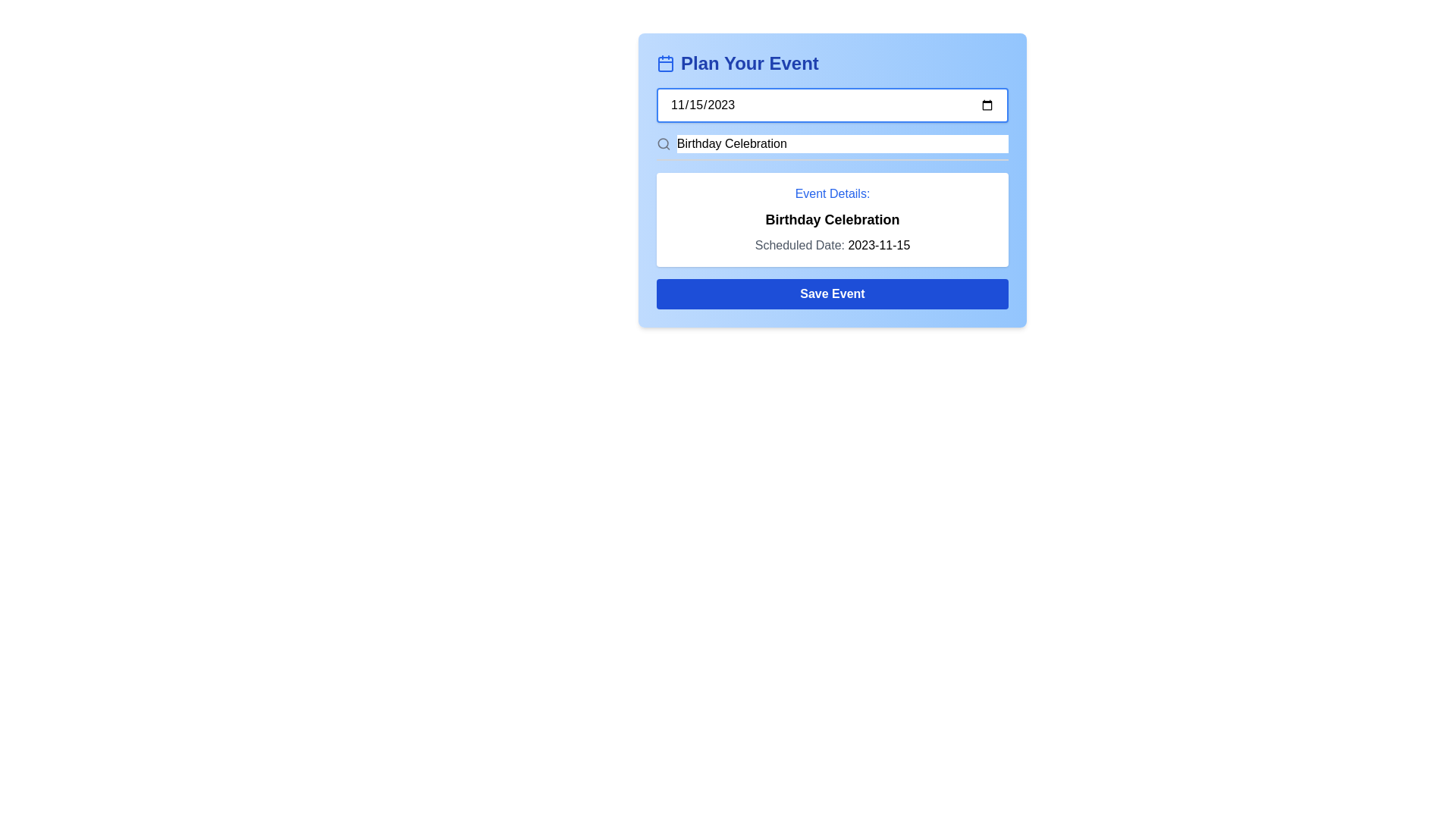 Image resolution: width=1456 pixels, height=819 pixels. What do you see at coordinates (879, 244) in the screenshot?
I see `displayed static text '2023-11-15' which is part of the sentence 'Scheduled Date: 2023-11-15' located in the event details section of the 'Plan Your Event' card` at bounding box center [879, 244].